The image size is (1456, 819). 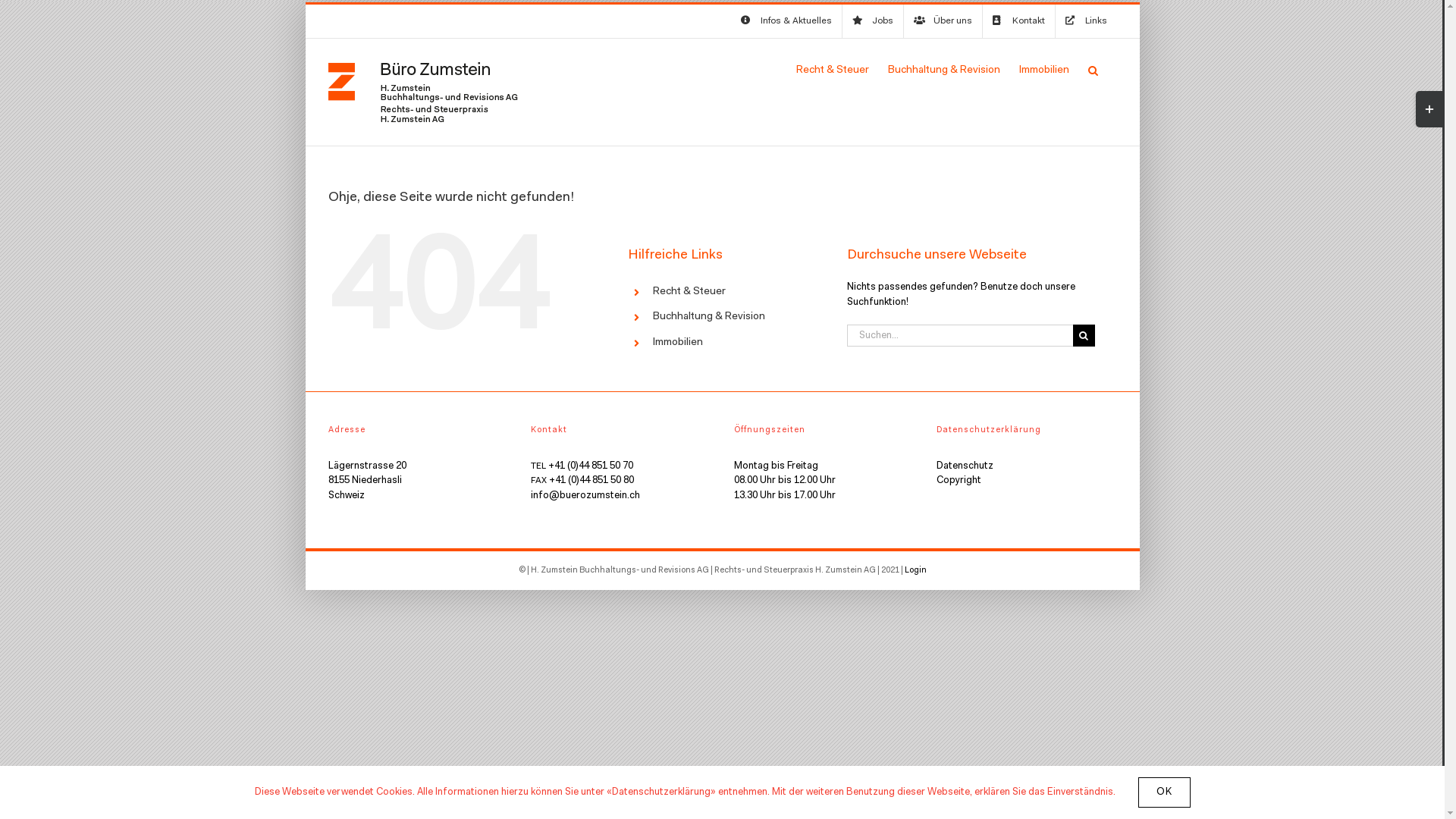 What do you see at coordinates (872, 20) in the screenshot?
I see `'Jobs'` at bounding box center [872, 20].